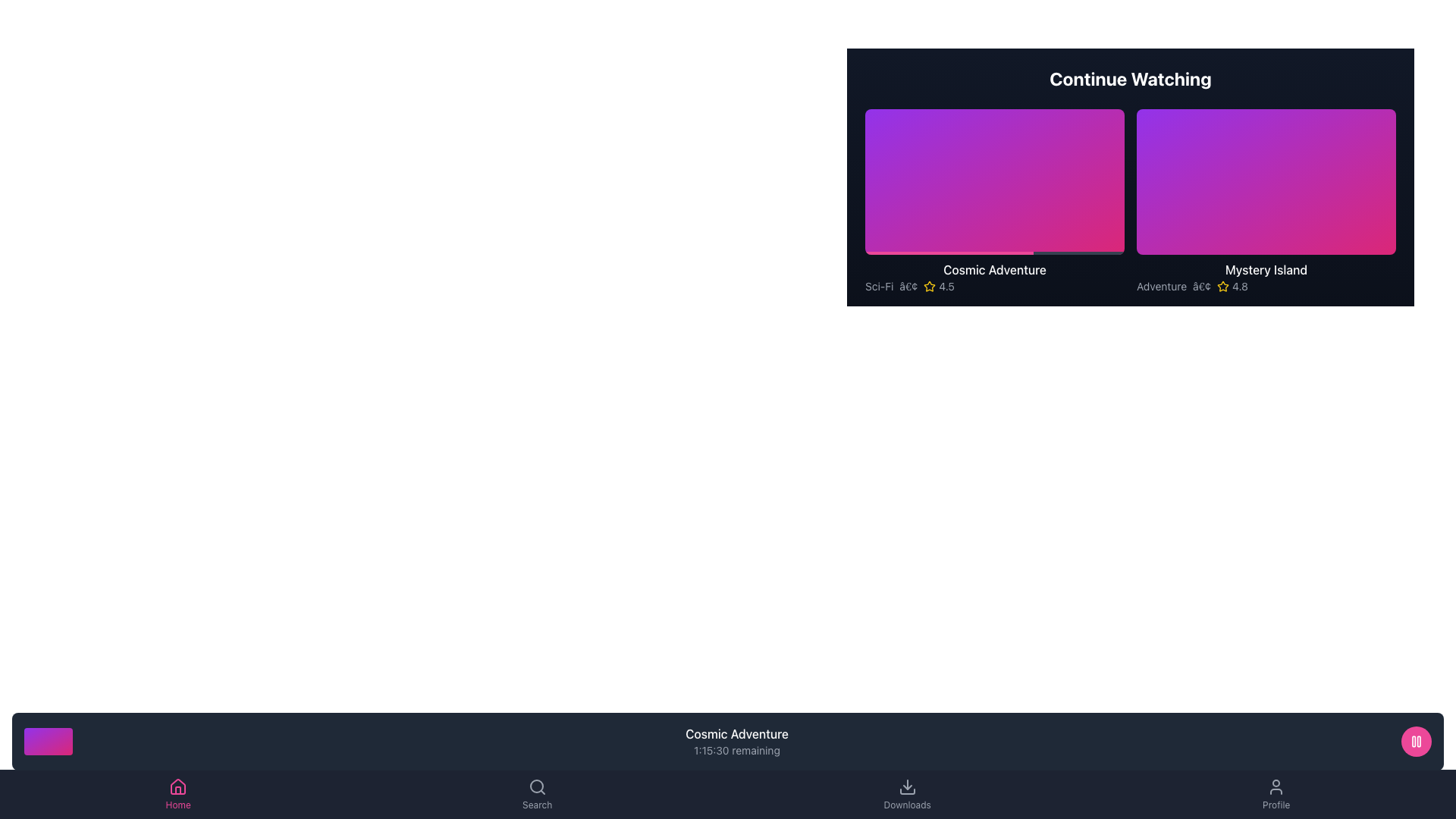 The height and width of the screenshot is (819, 1456). I want to click on the dark gray progress bar with a pink portion at the bottom of the gradient background in the left card of the 'Continue Watching' section, so click(994, 253).